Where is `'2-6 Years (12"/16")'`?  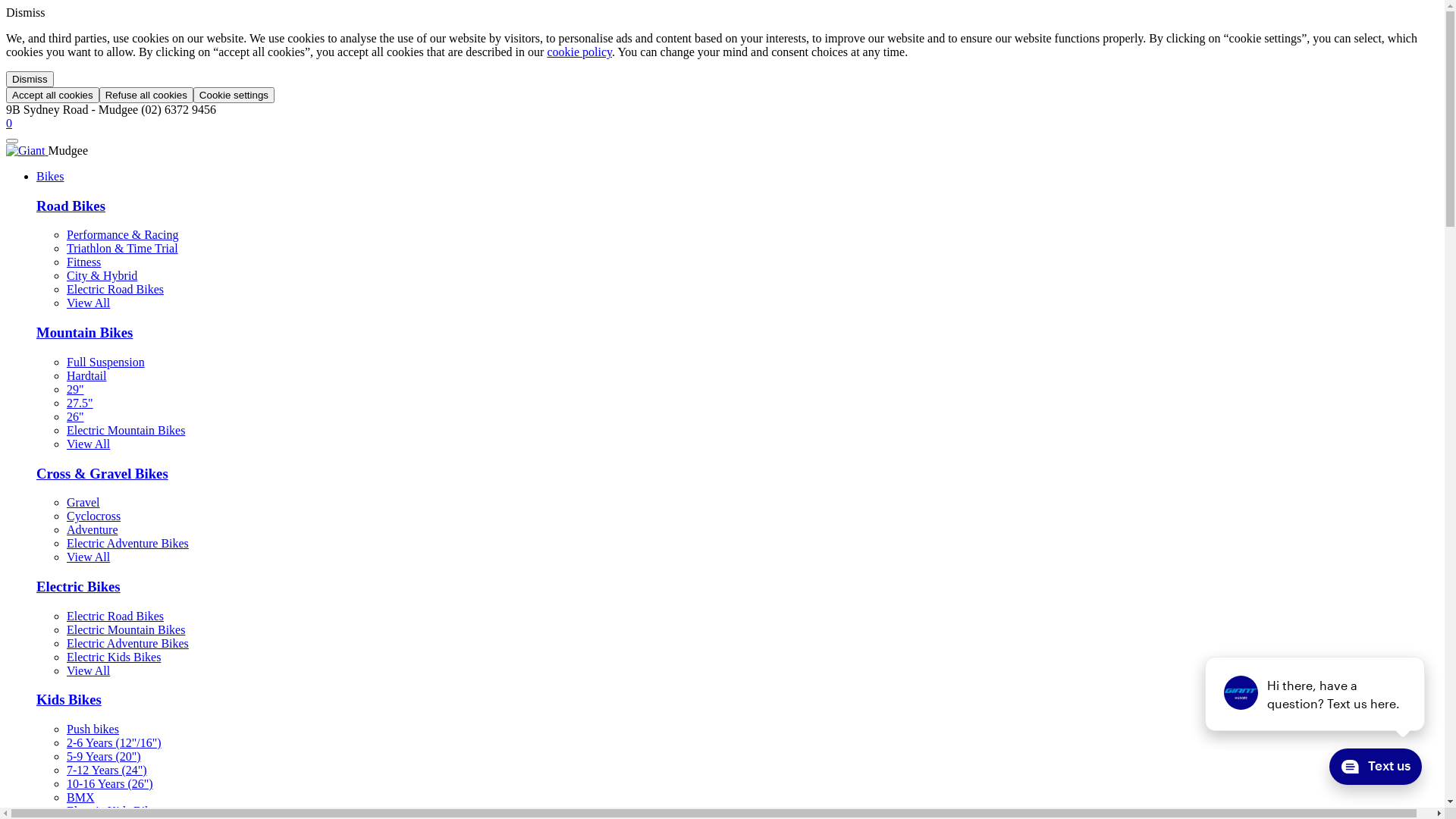
'2-6 Years (12"/16")' is located at coordinates (113, 742).